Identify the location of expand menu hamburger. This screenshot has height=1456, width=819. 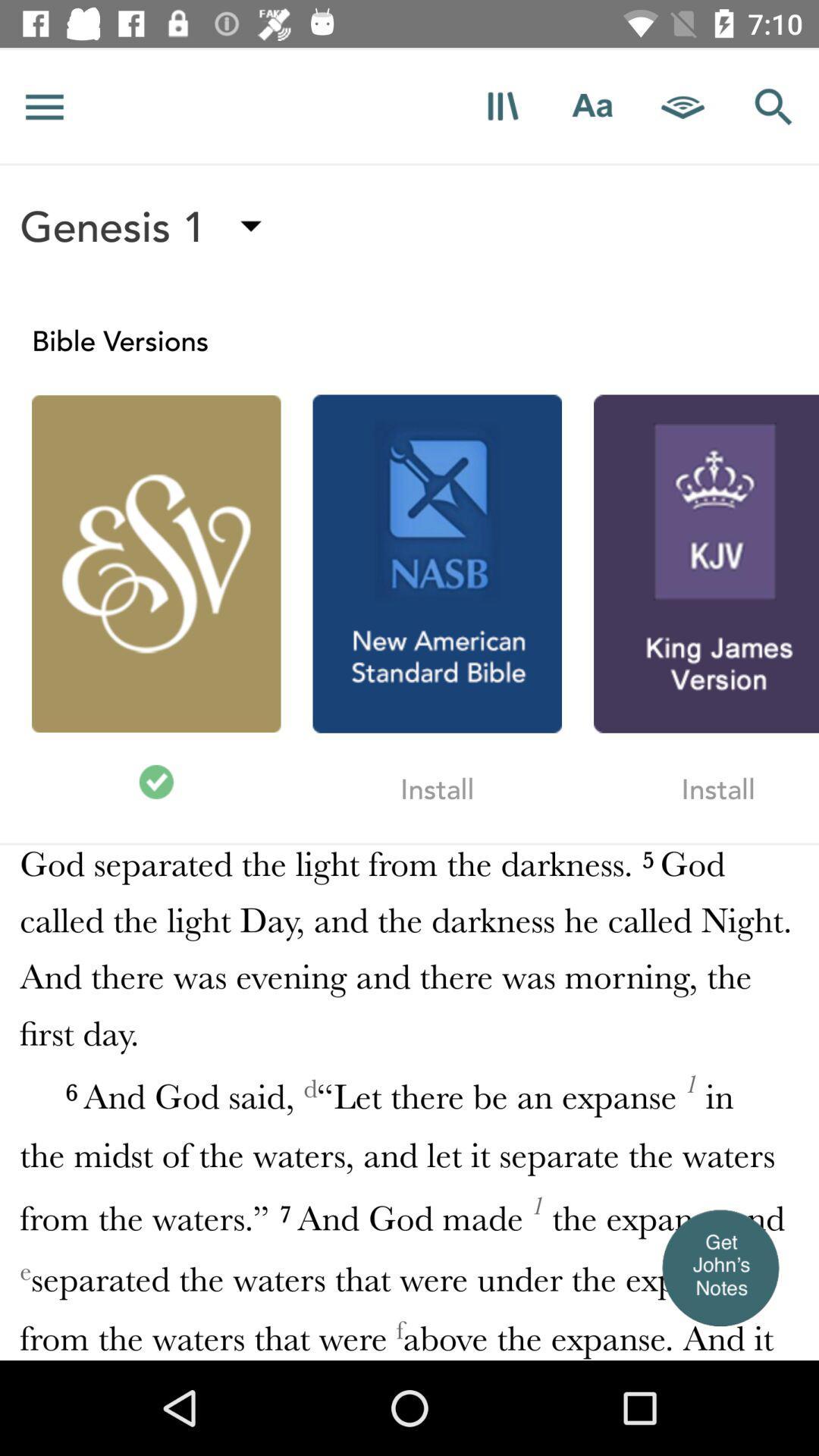
(44, 105).